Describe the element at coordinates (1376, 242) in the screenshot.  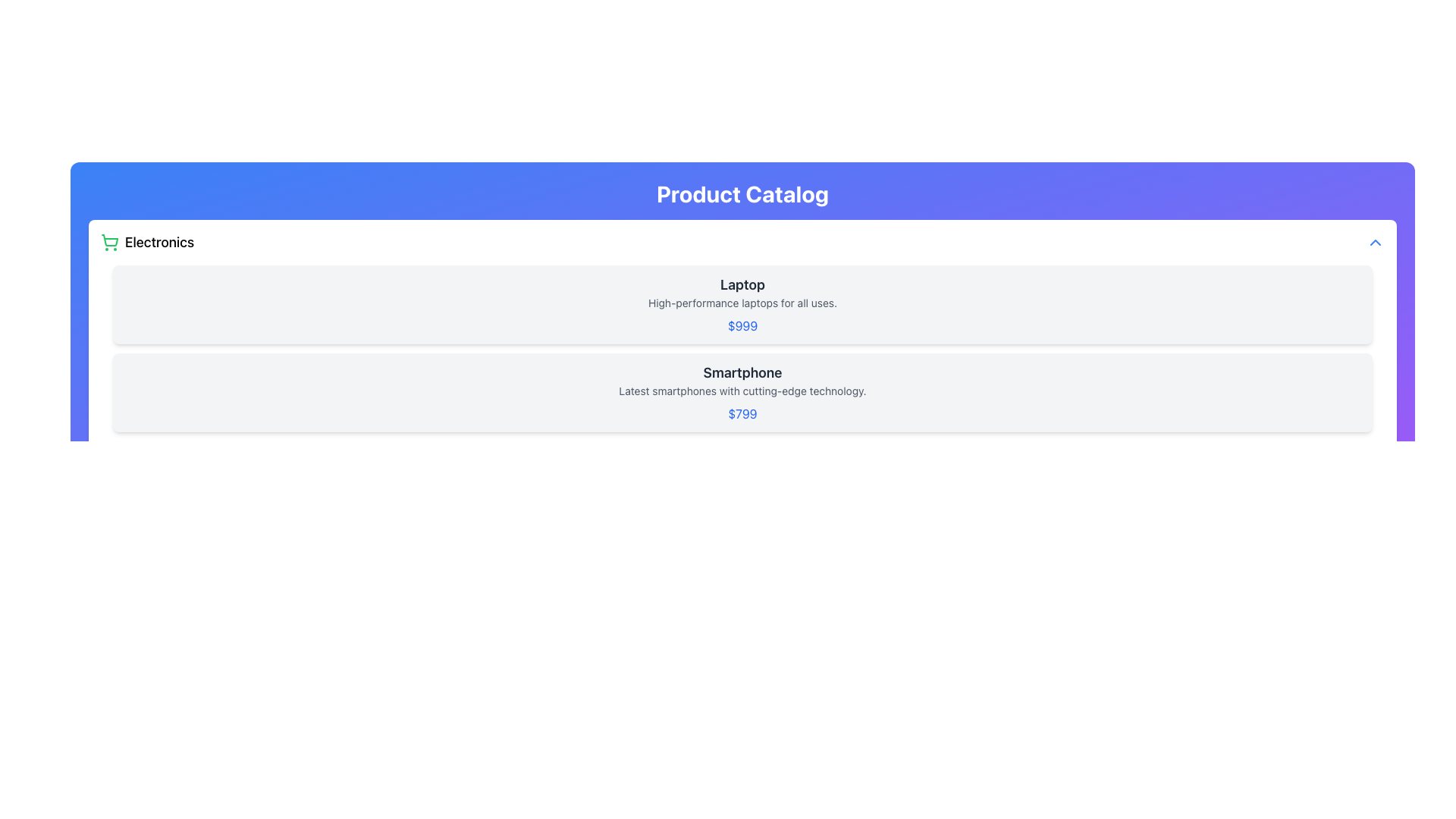
I see `the upward-pointing blue chevron icon located on the right end of the header for the 'Electronics' section` at that location.